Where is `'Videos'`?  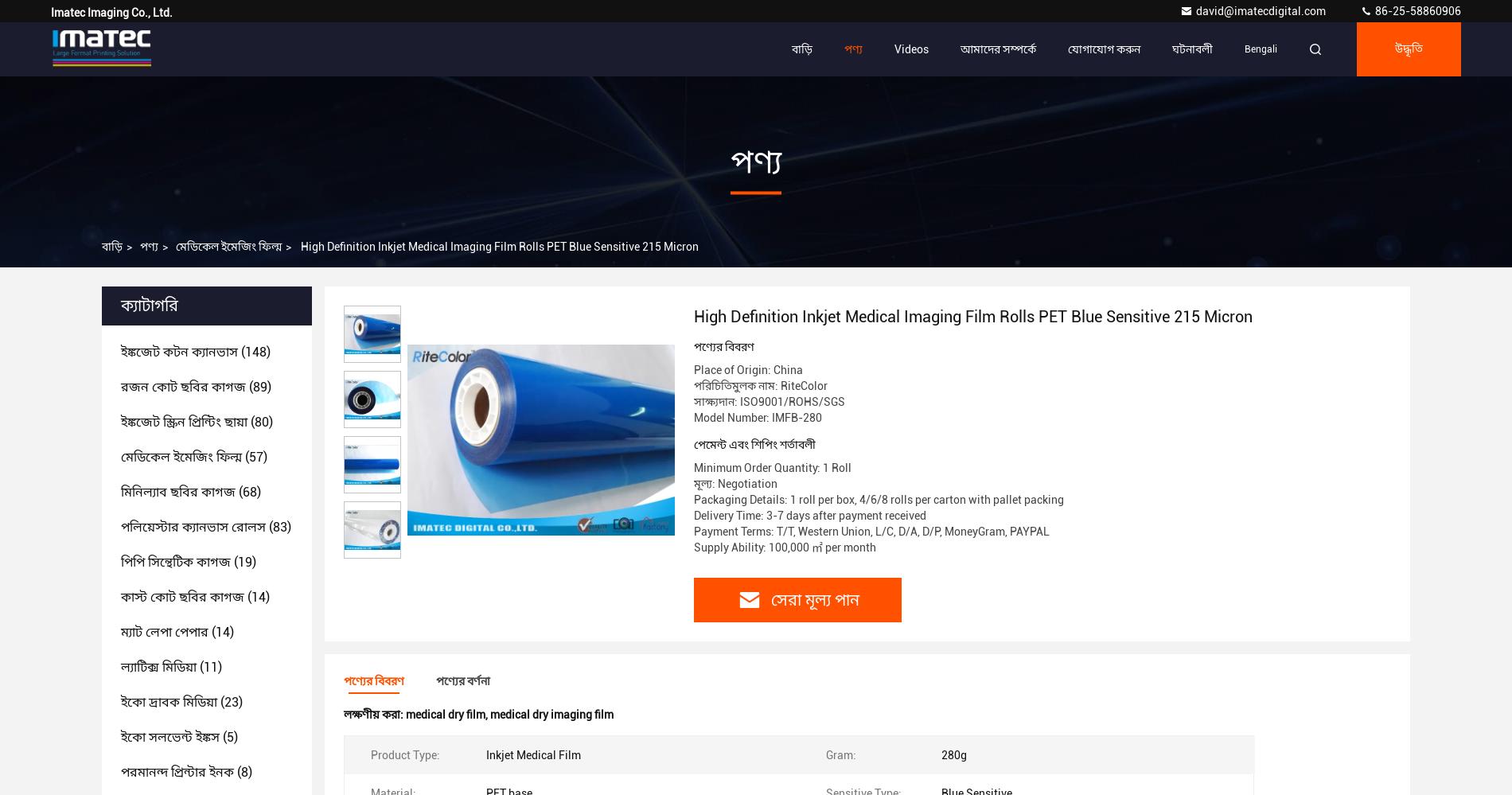 'Videos' is located at coordinates (911, 49).